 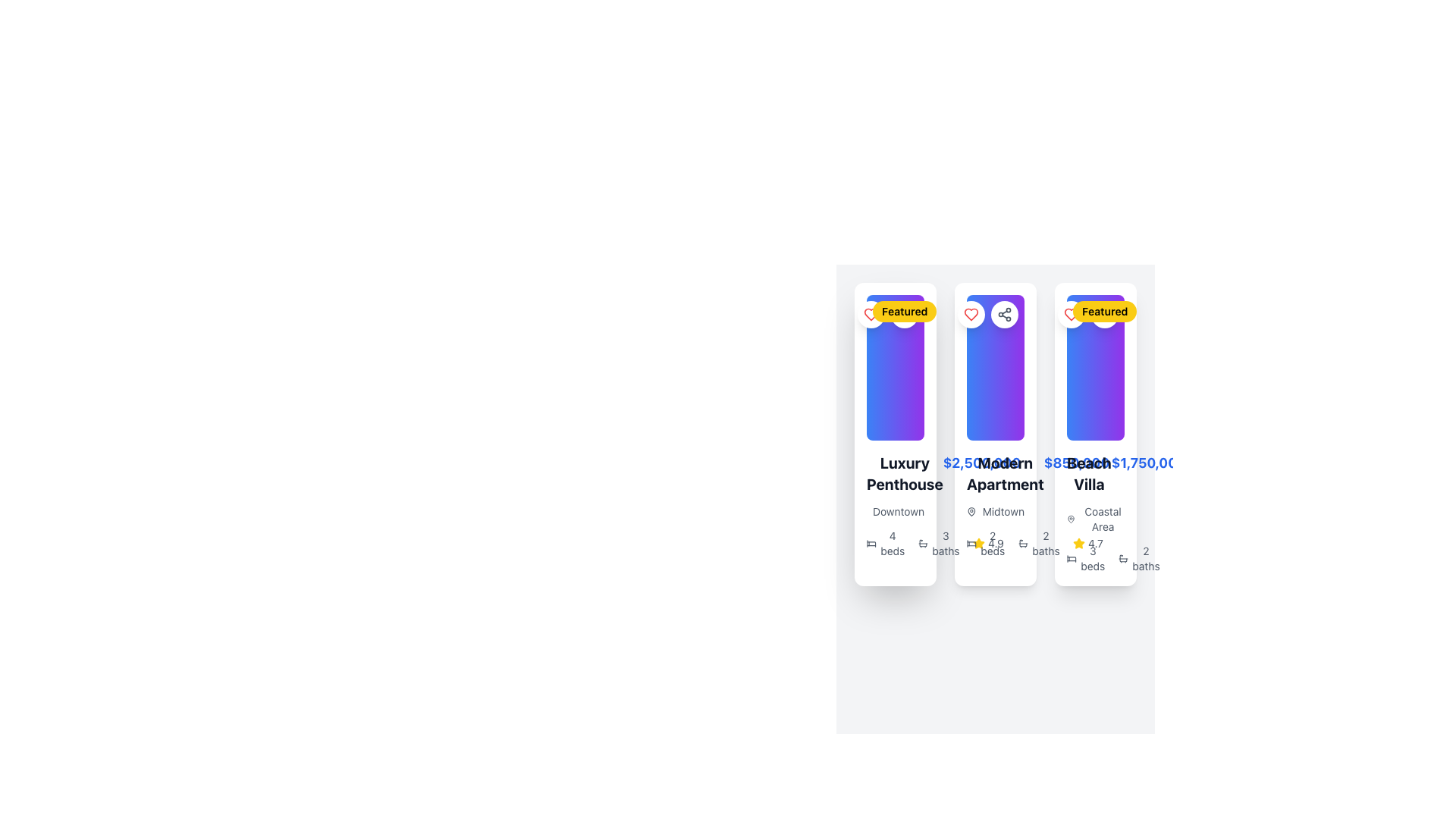 What do you see at coordinates (1103, 519) in the screenshot?
I see `the 'Coastal Area' text label for accessibility navigation` at bounding box center [1103, 519].